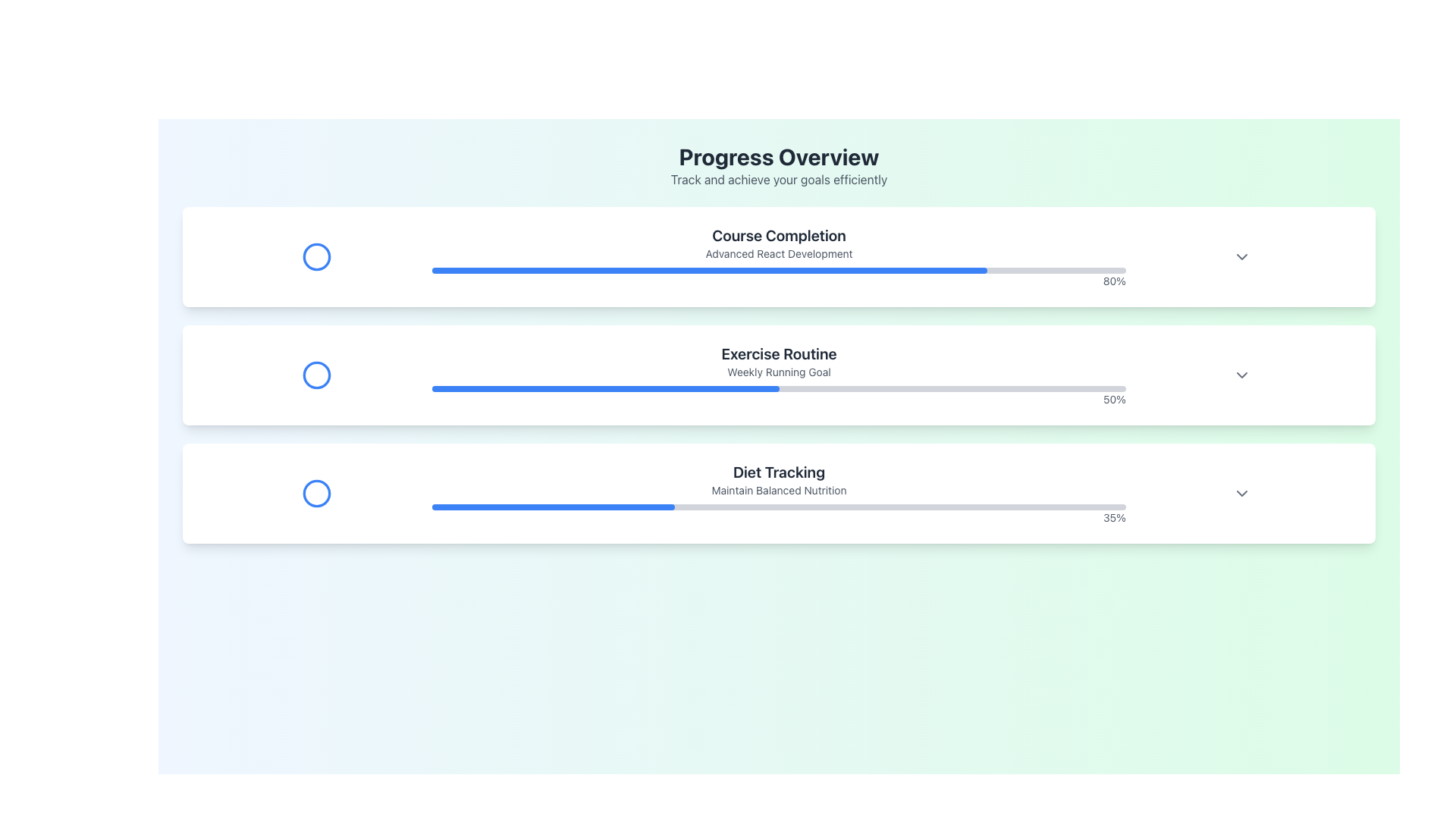 This screenshot has width=1456, height=819. I want to click on the circular visual button or indicator, so click(315, 375).